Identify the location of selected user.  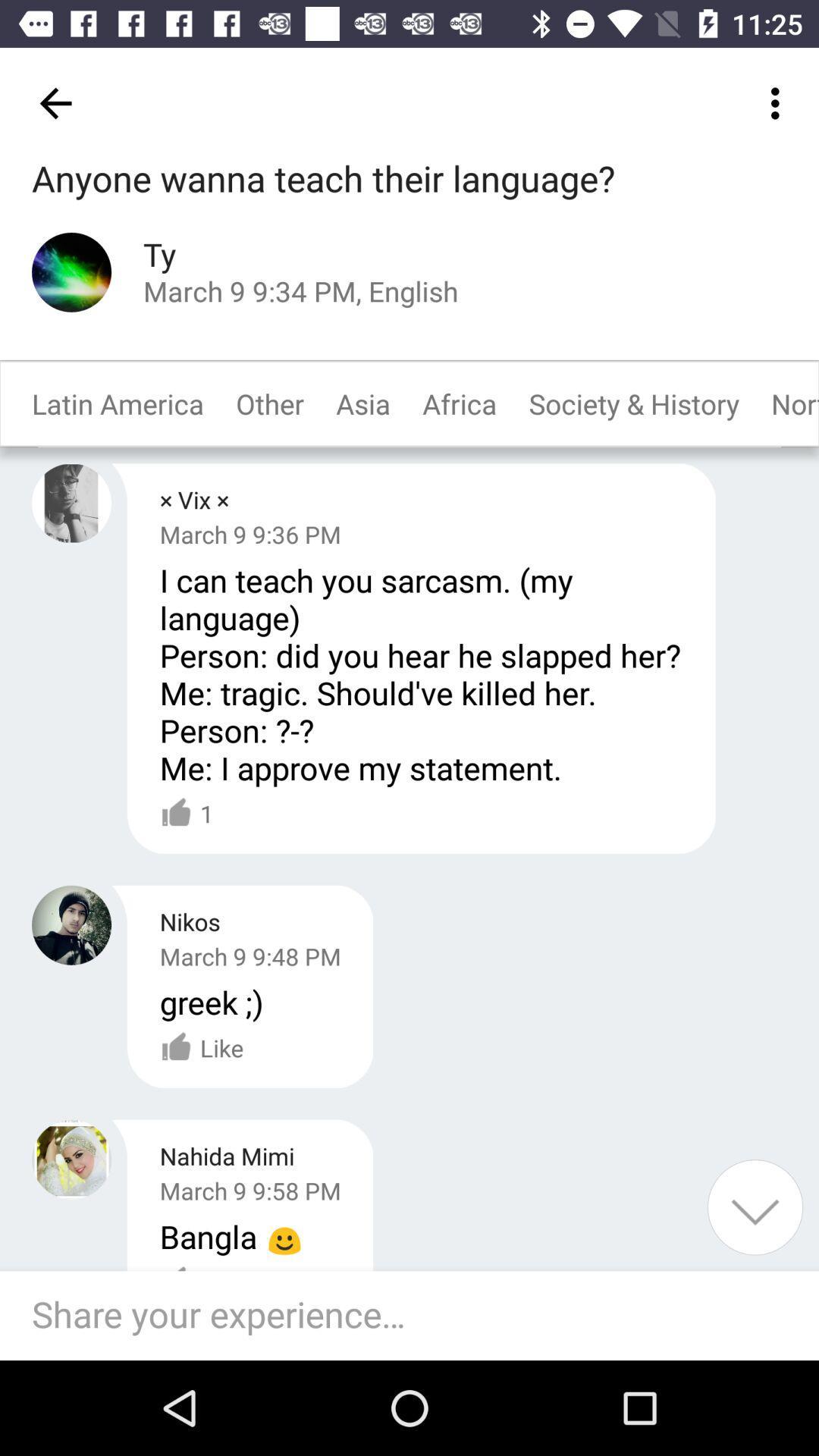
(71, 1159).